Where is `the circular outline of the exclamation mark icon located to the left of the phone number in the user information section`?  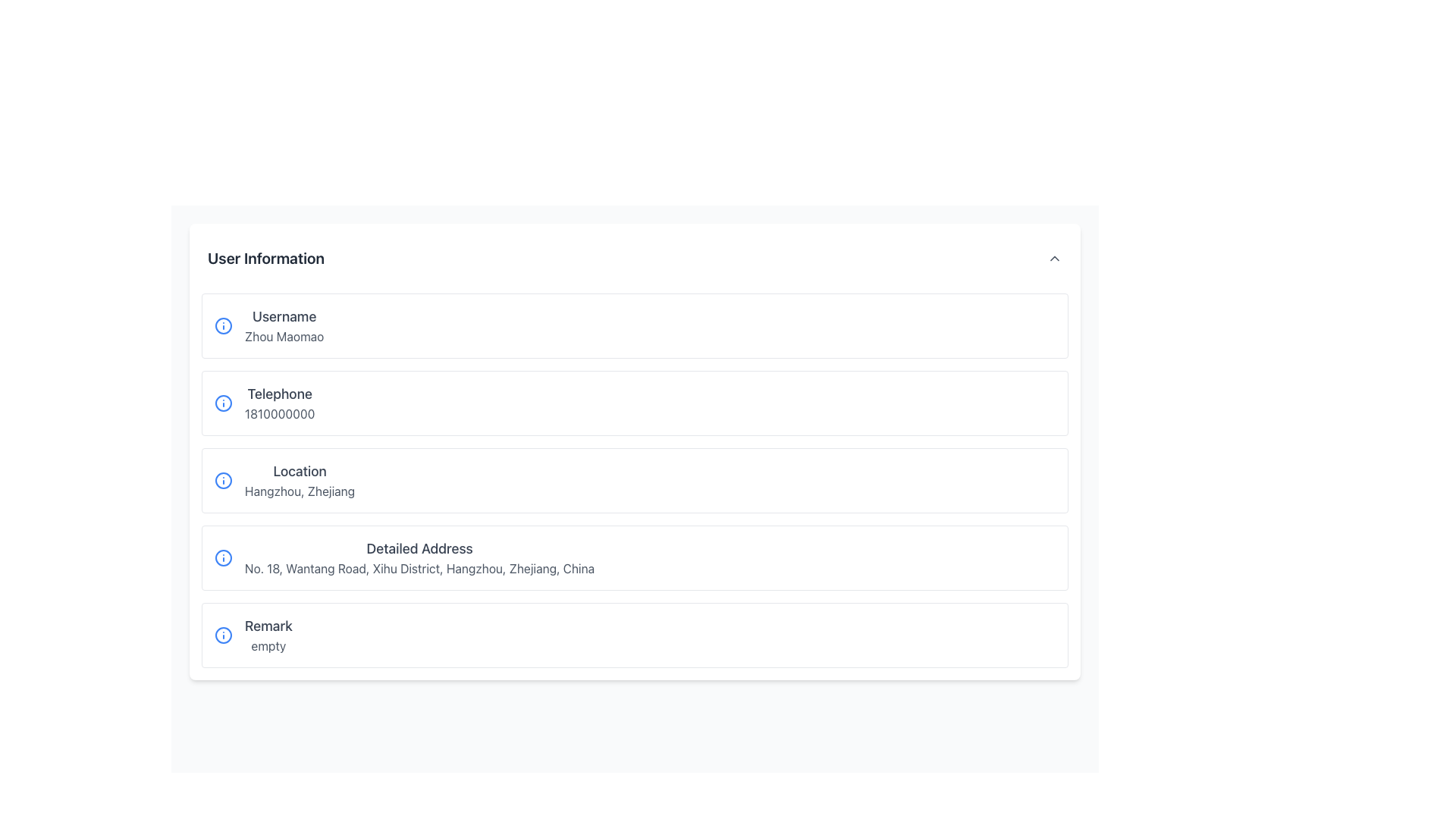
the circular outline of the exclamation mark icon located to the left of the phone number in the user information section is located at coordinates (222, 403).